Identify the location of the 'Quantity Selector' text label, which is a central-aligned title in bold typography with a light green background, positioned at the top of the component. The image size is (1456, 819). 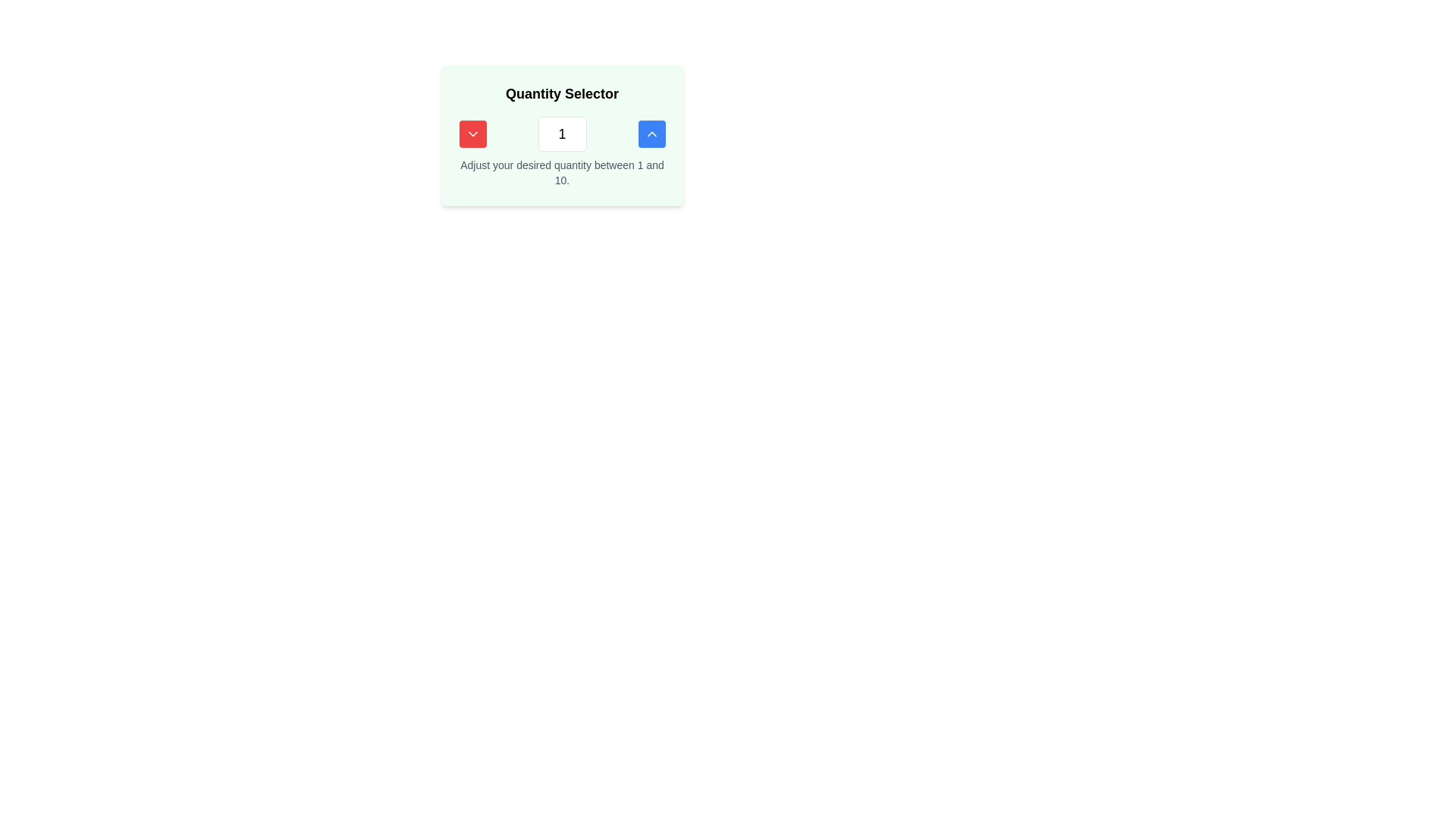
(561, 93).